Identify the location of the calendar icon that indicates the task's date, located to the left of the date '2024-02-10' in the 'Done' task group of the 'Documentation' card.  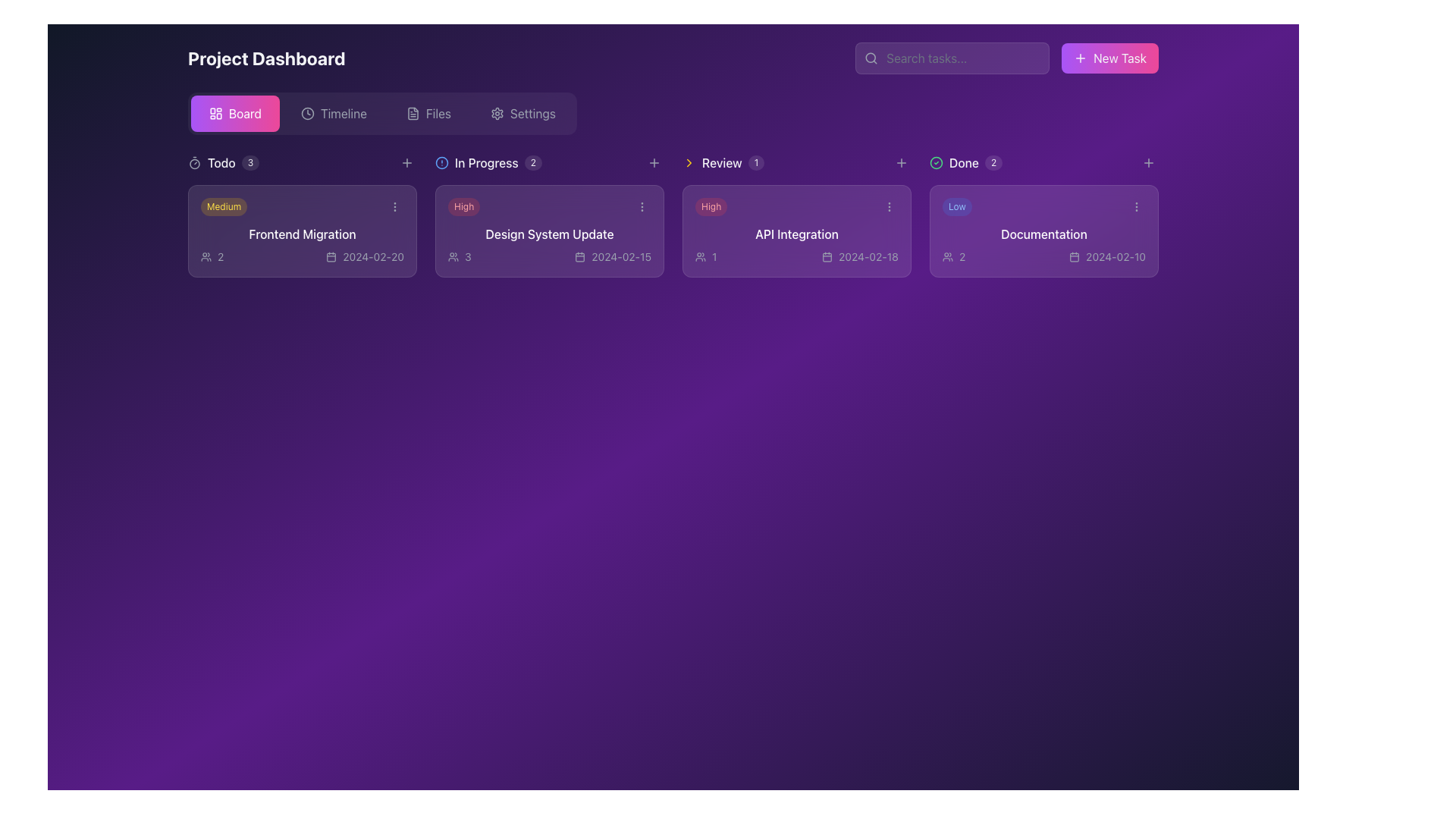
(1074, 256).